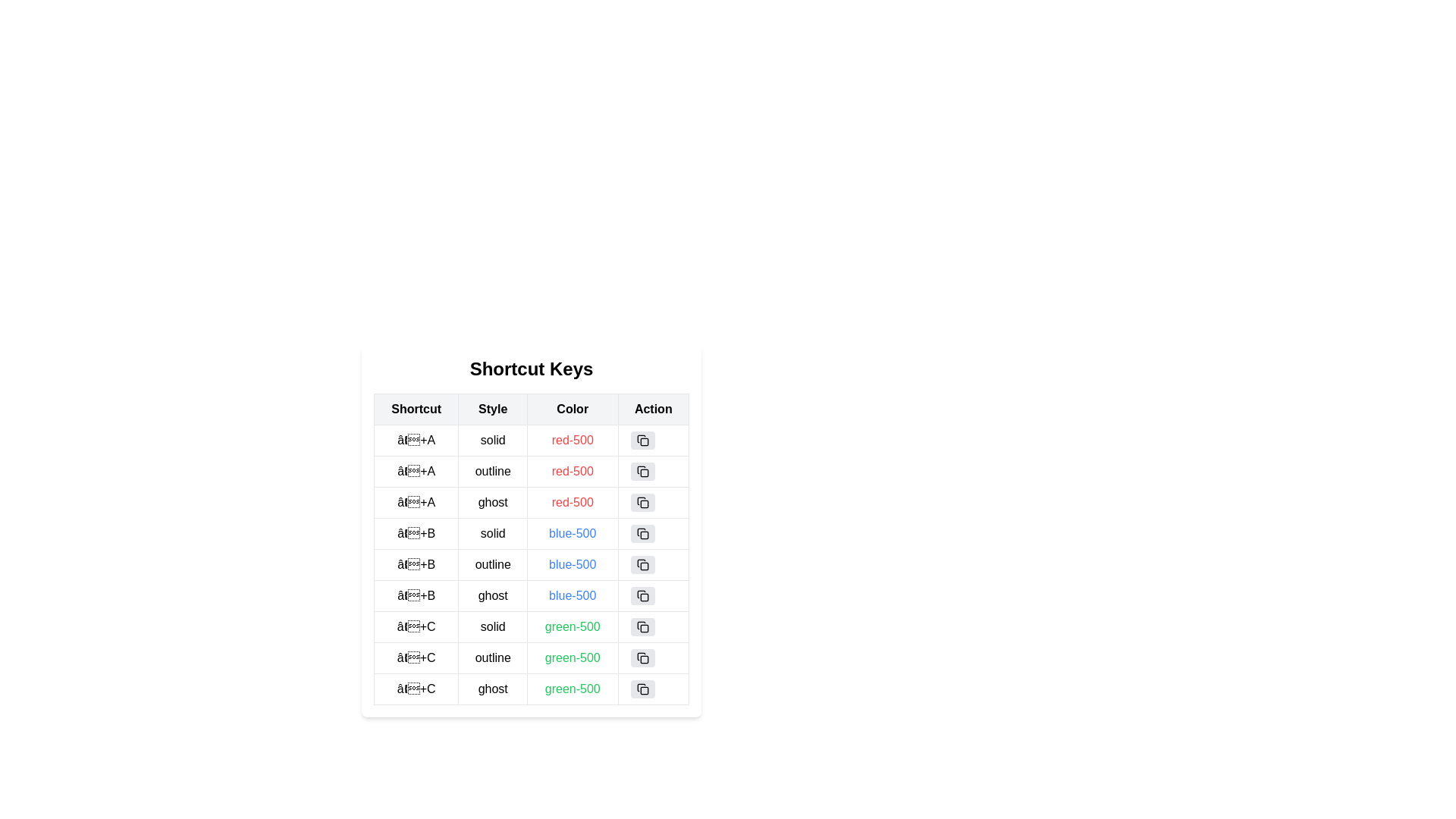  I want to click on the clipboard icon button in the 'Action' column of the table row for 'Ctrl+C' to copy the content, so click(642, 657).